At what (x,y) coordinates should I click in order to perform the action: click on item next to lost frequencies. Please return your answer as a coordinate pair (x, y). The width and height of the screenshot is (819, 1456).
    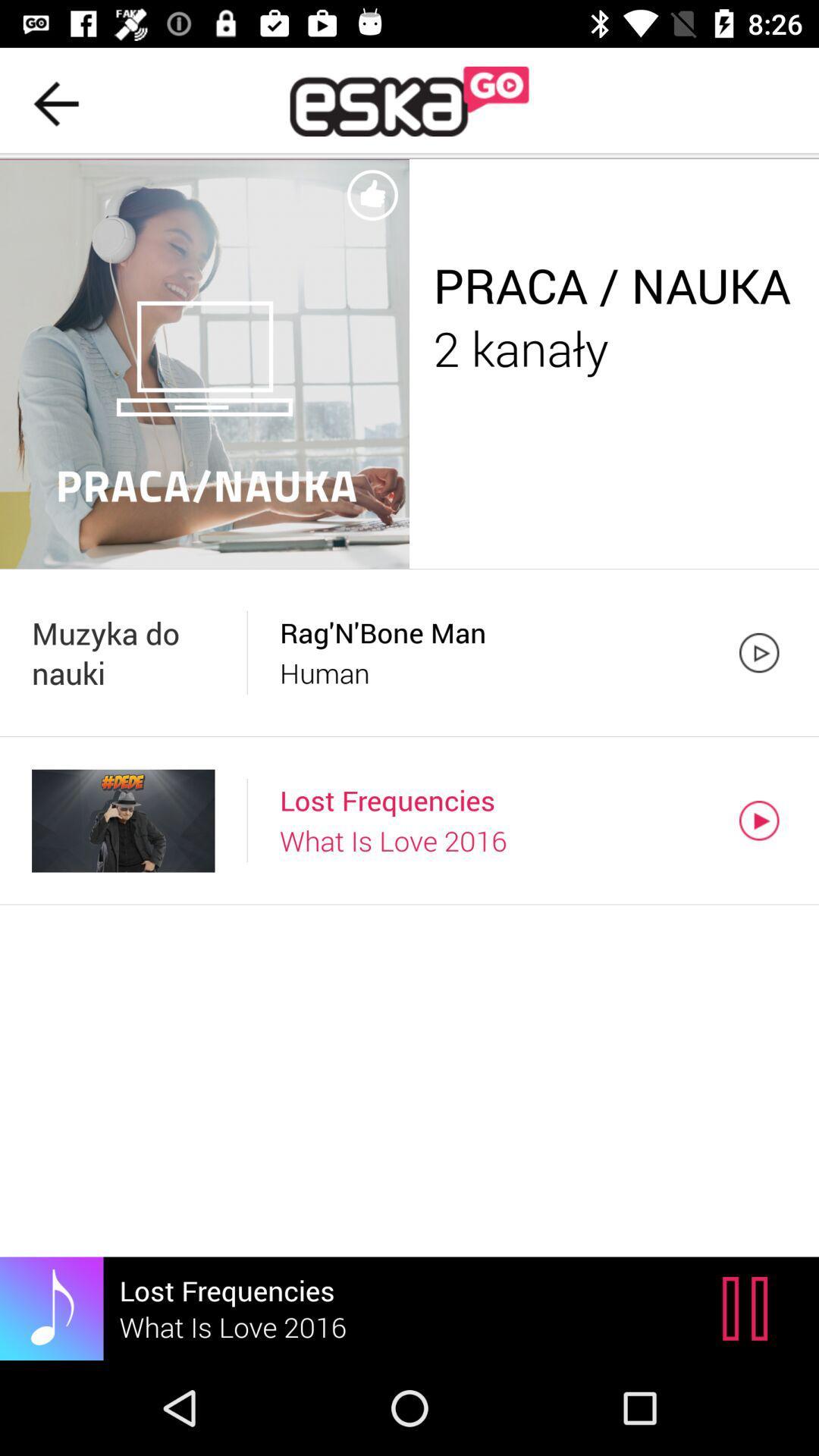
    Looking at the image, I should click on (748, 1307).